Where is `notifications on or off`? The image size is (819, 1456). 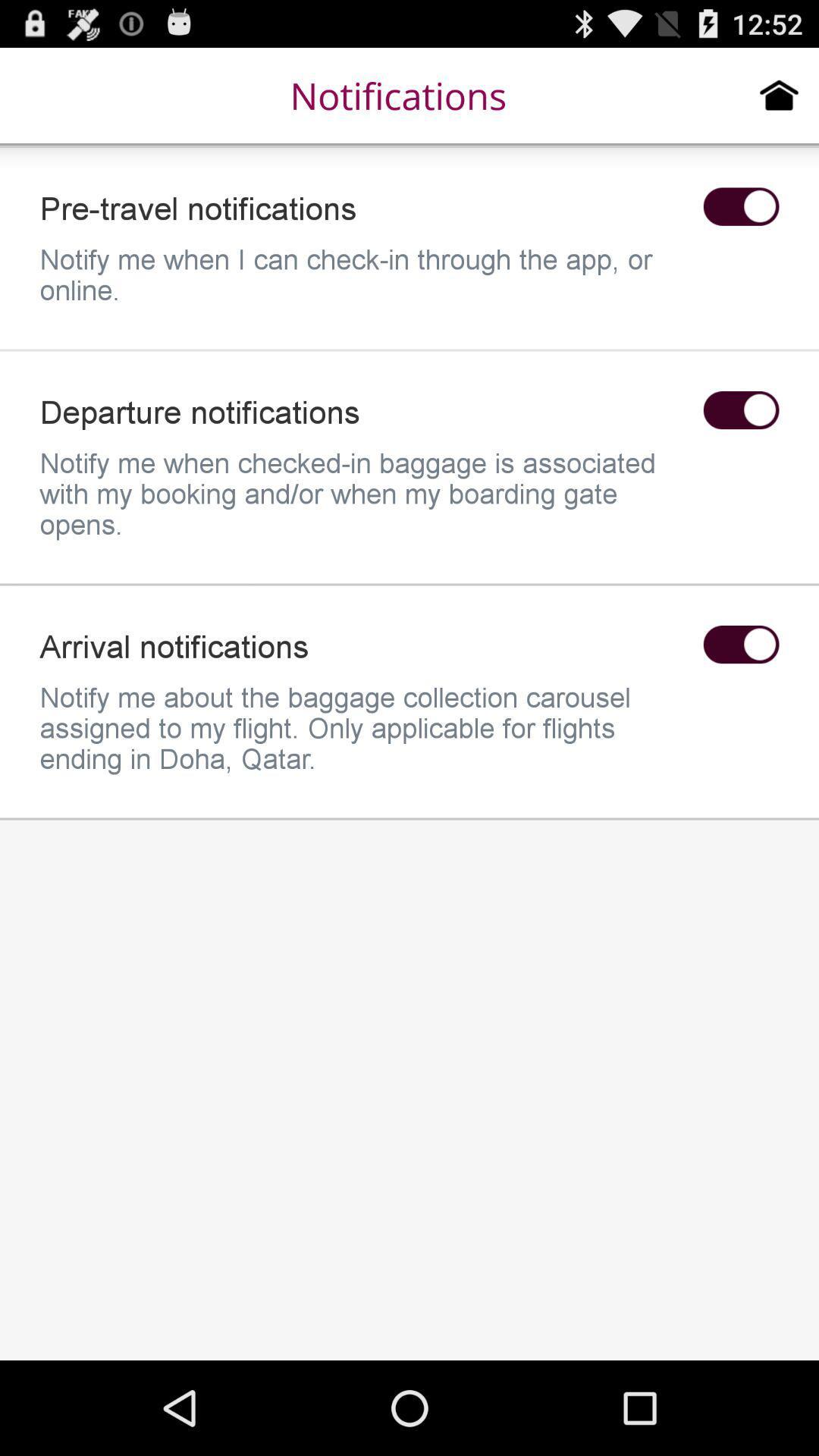
notifications on or off is located at coordinates (740, 206).